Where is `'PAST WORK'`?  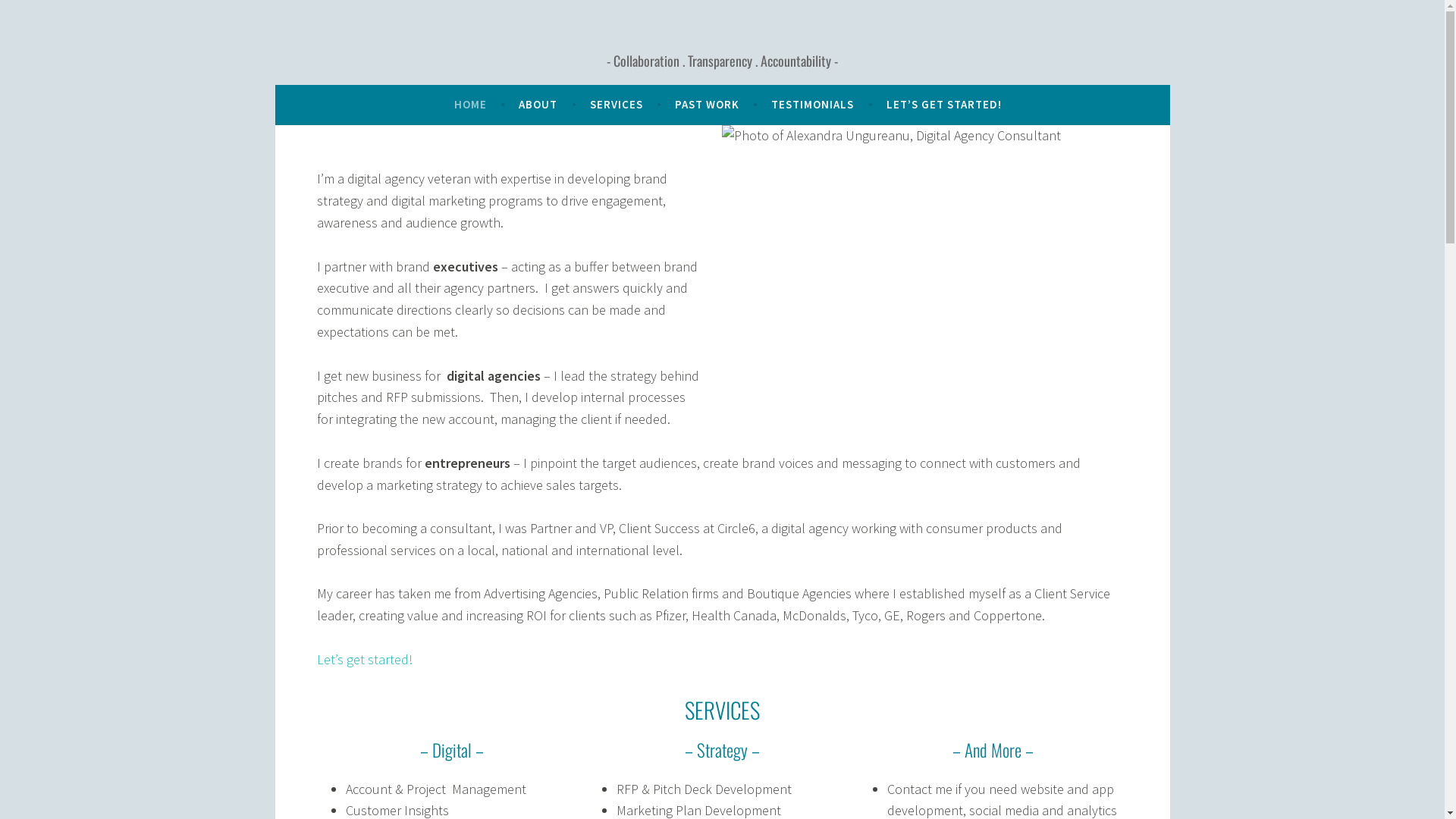
'PAST WORK' is located at coordinates (673, 104).